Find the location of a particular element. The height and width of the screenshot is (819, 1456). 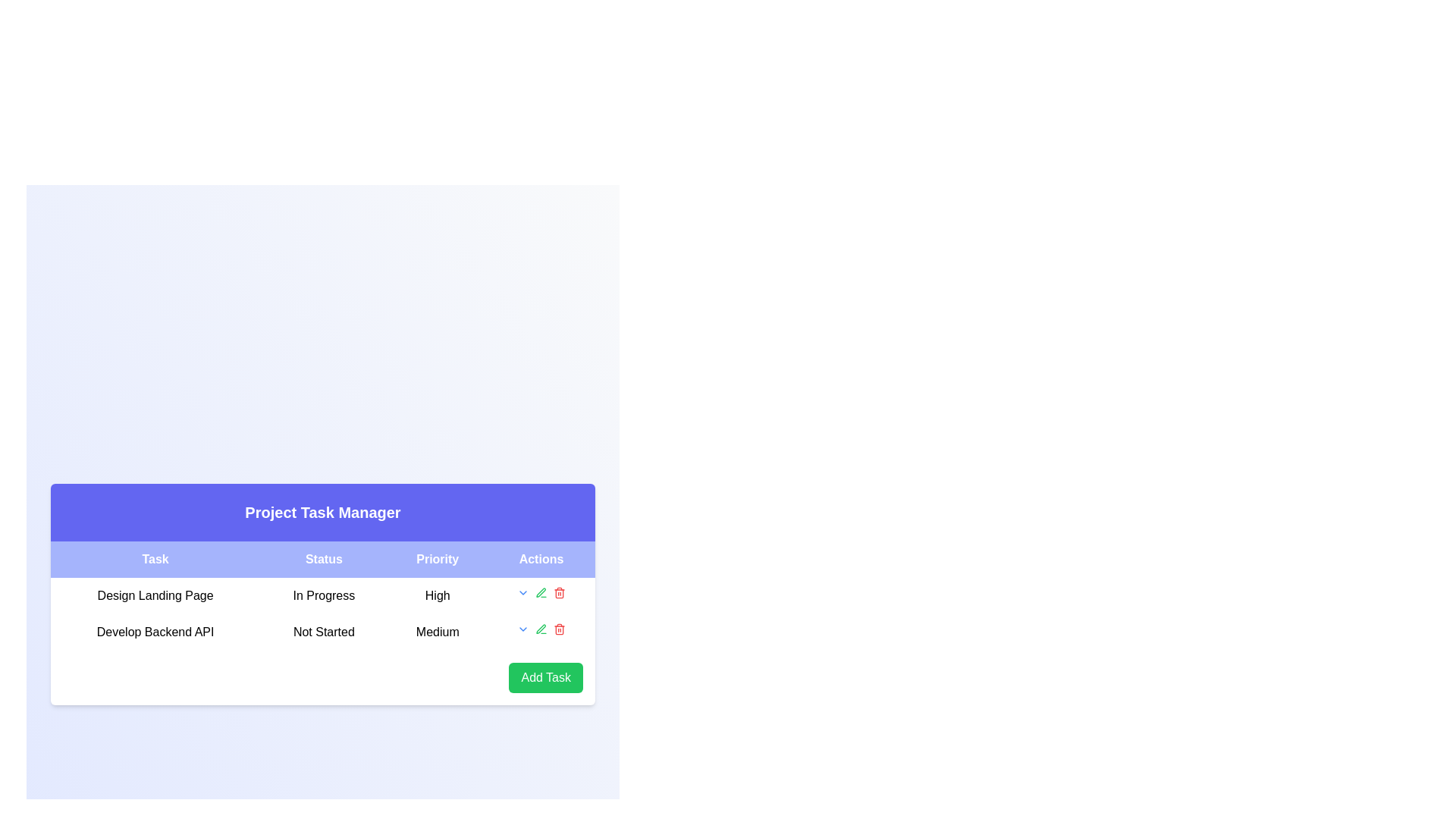

the label element displaying 'Develop Backend API' in bold font, located in the first column of the second row of the table structure is located at coordinates (155, 632).